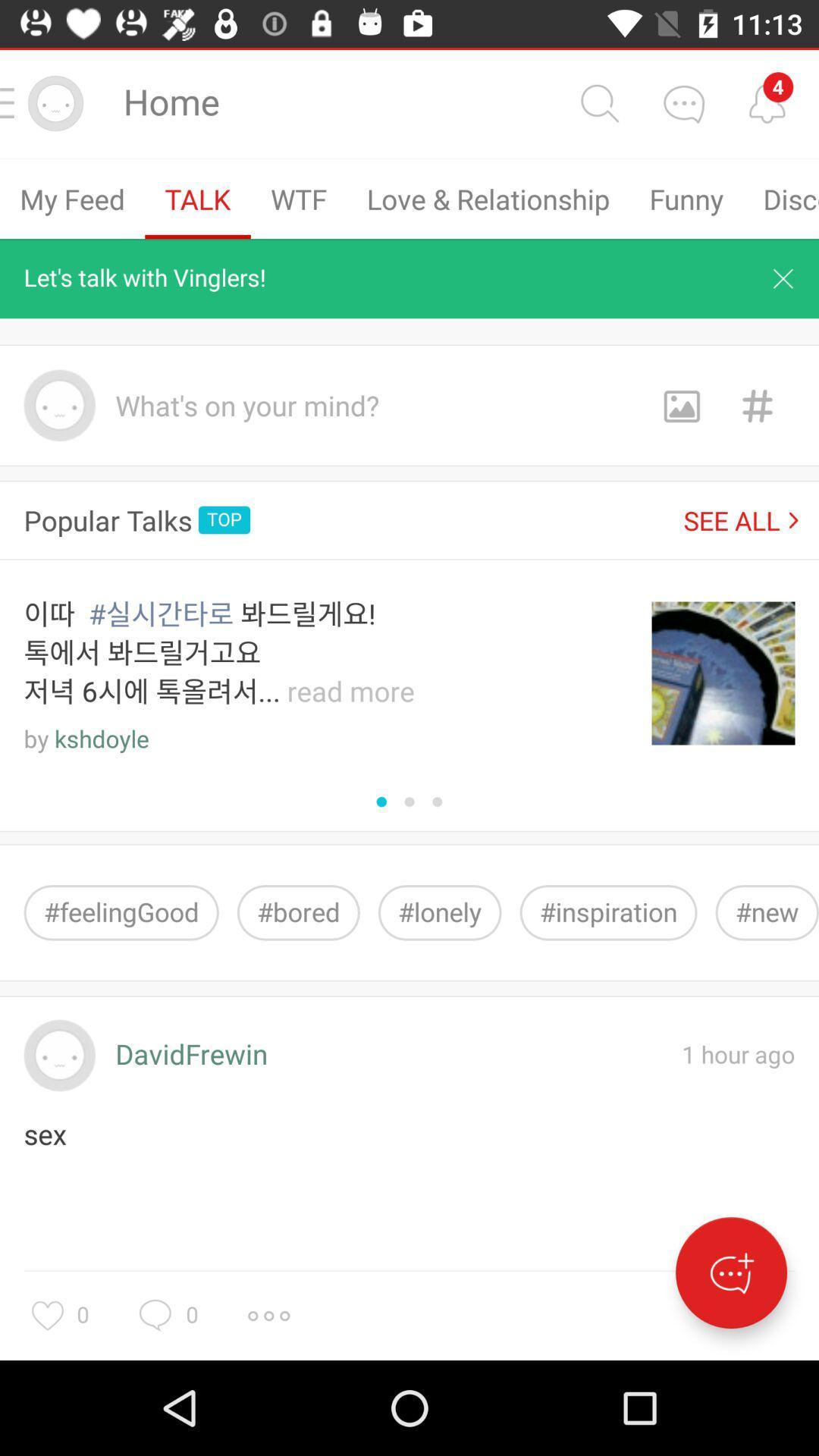 Image resolution: width=819 pixels, height=1456 pixels. What do you see at coordinates (757, 405) in the screenshot?
I see `key word` at bounding box center [757, 405].